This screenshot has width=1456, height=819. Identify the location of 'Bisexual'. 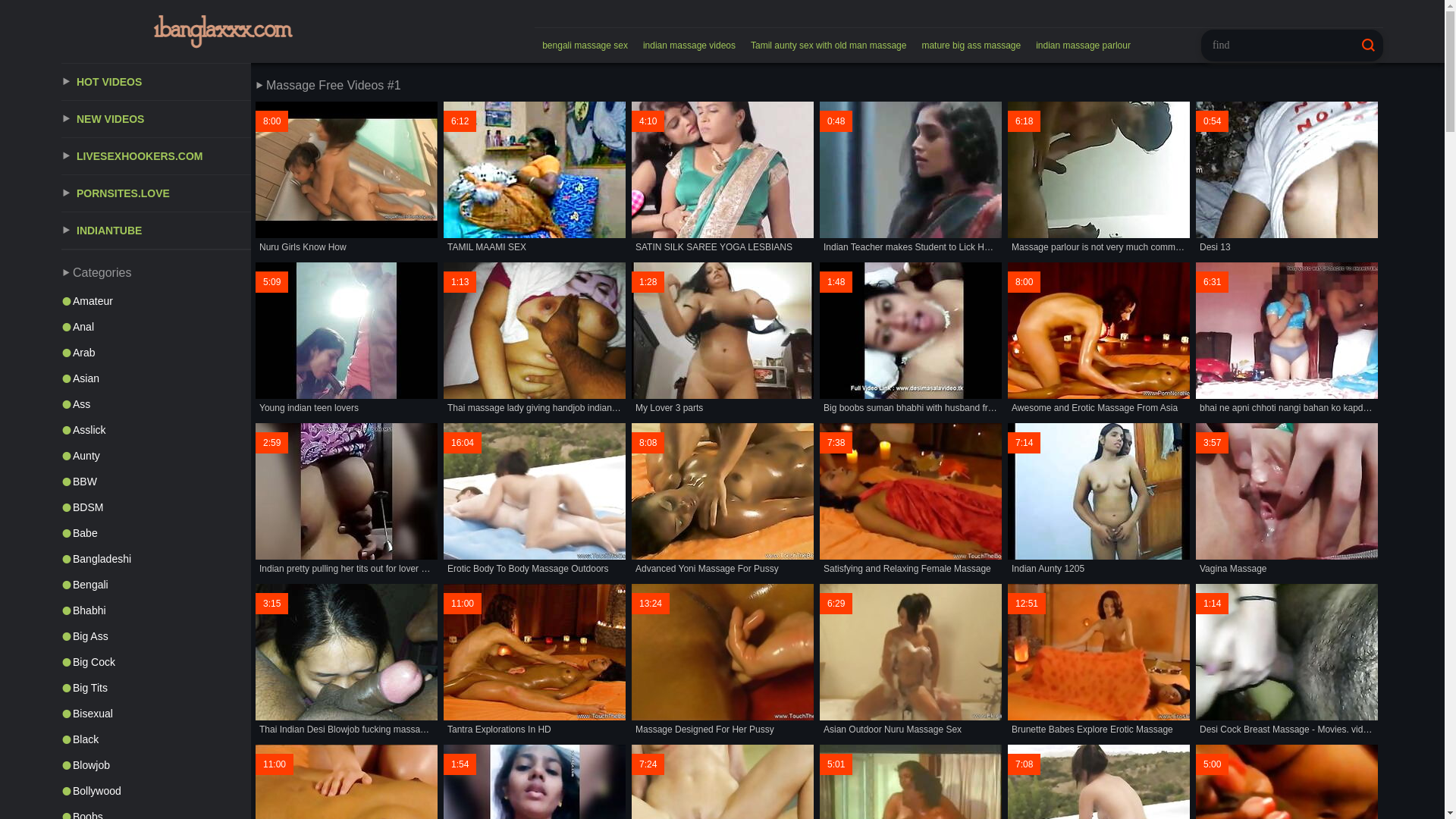
(61, 714).